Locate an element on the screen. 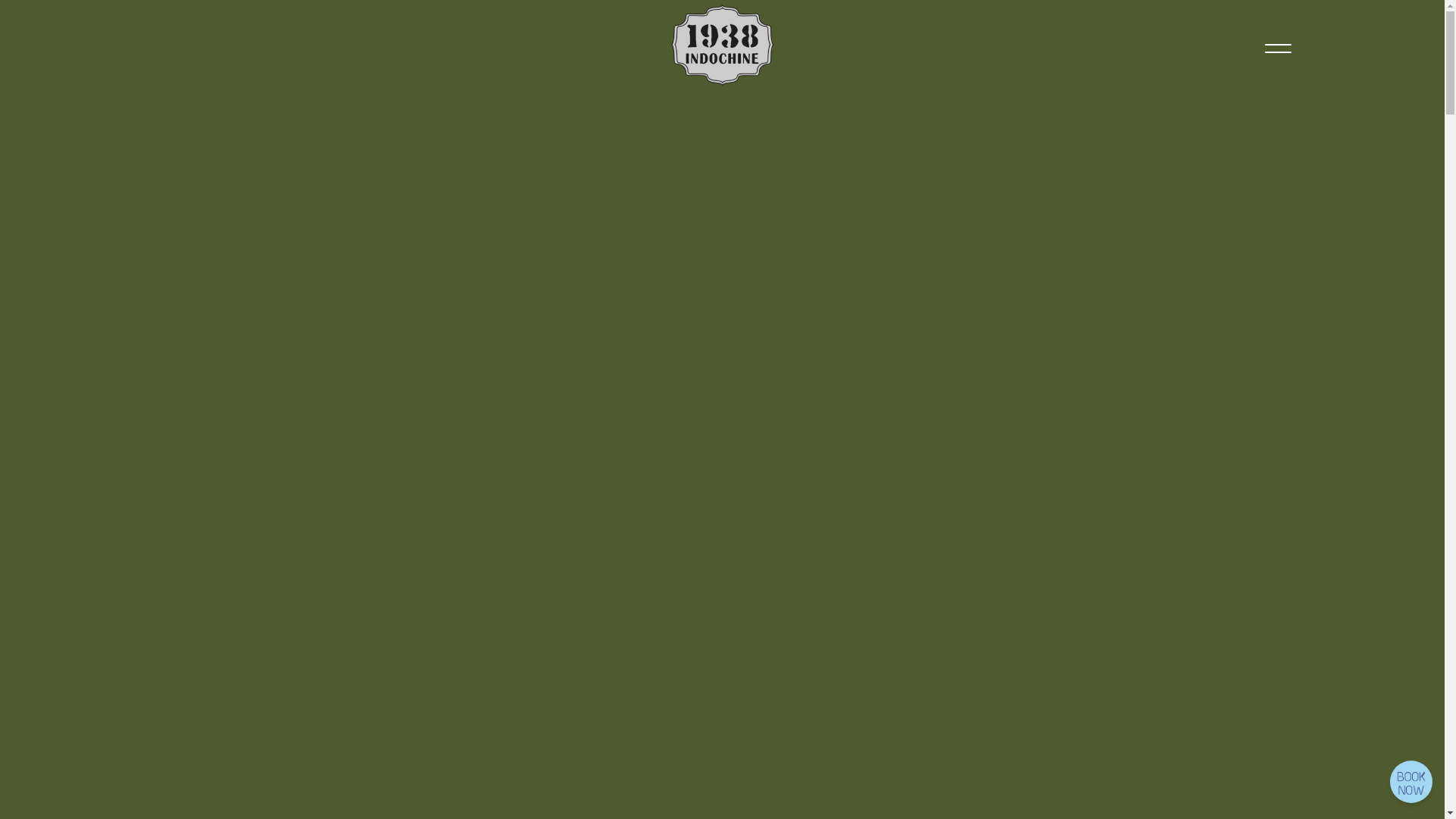 The image size is (1456, 819). 'R E S E R V A T I O N' is located at coordinates (1410, 781).